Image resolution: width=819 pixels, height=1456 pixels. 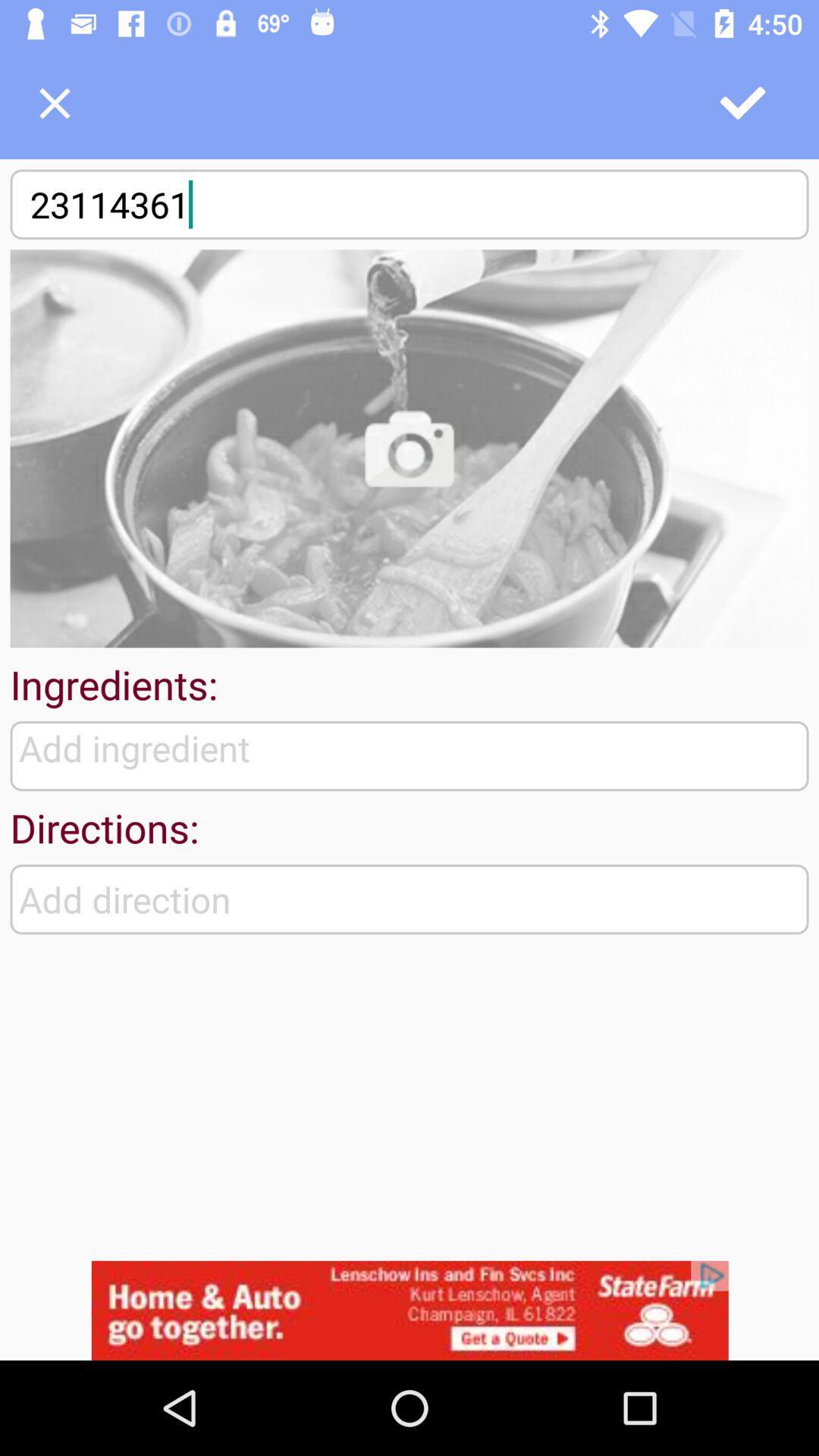 What do you see at coordinates (409, 447) in the screenshot?
I see `inform me` at bounding box center [409, 447].